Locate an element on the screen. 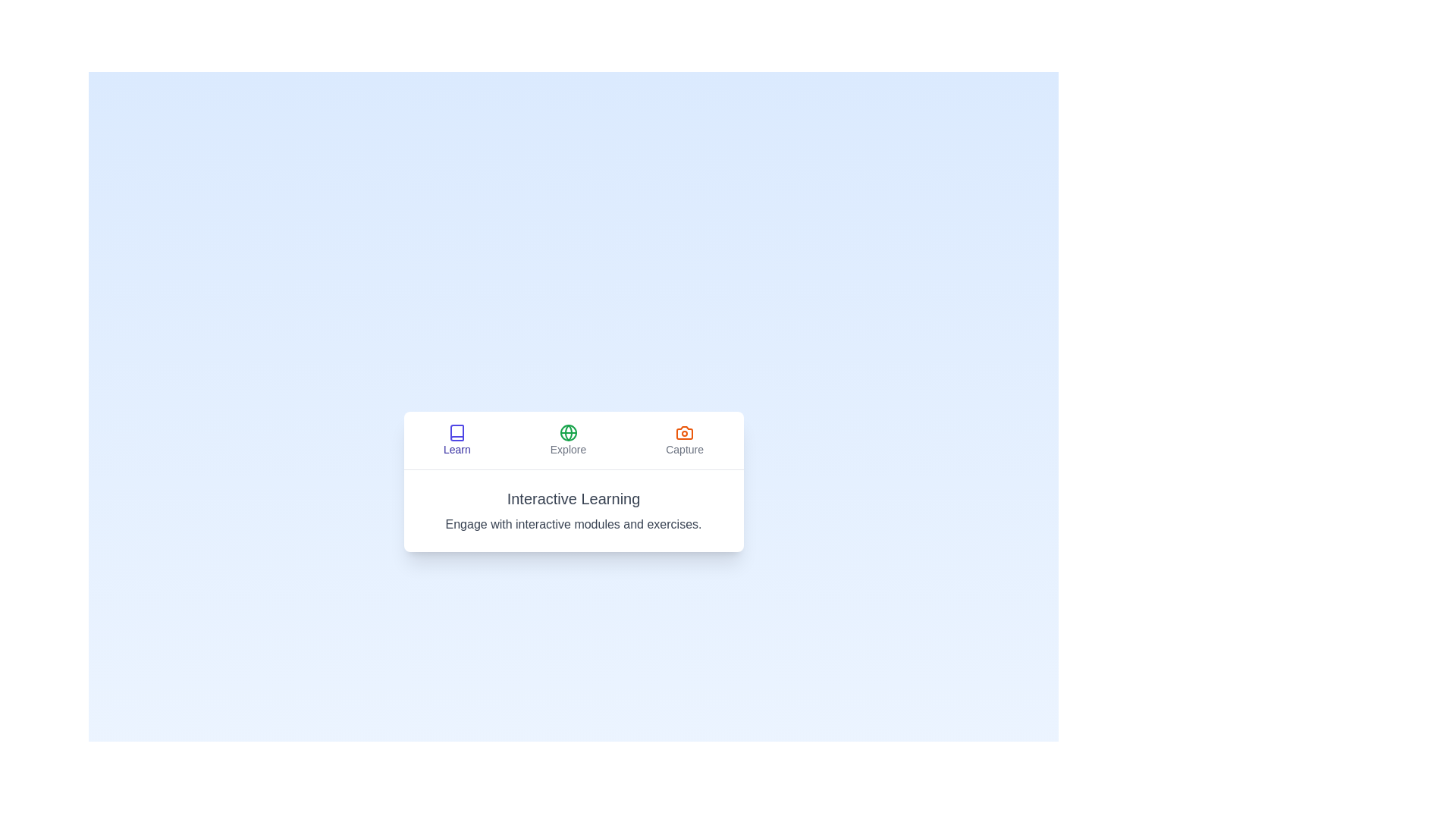 The image size is (1456, 819). the tab labeled Capture is located at coordinates (684, 440).